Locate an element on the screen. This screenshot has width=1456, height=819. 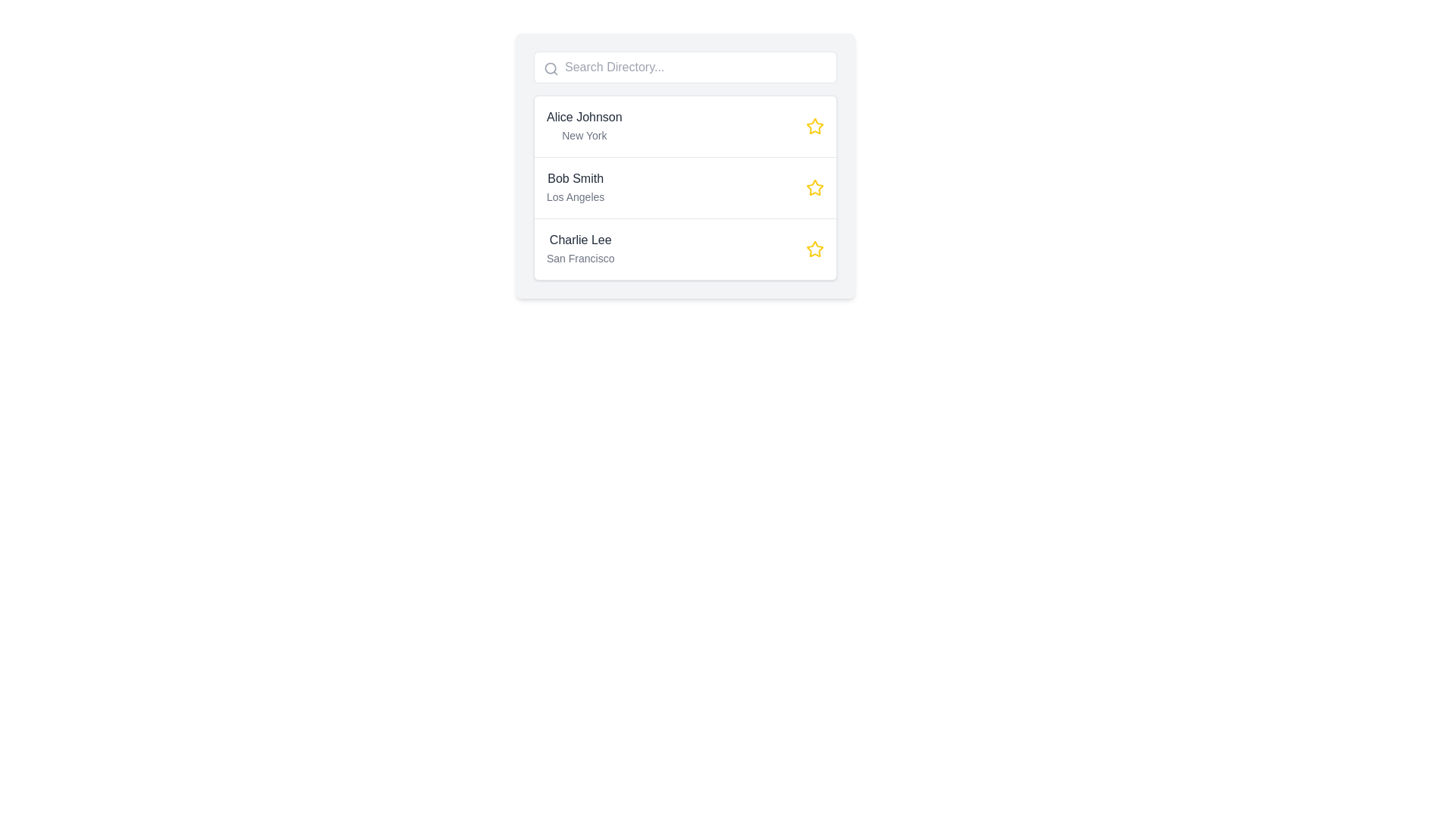
the star-shaped icon that is highlighted in yellow, positioned to the right of 'Alice Johnson' and 'New York', to favorite or unfavorite the entry is located at coordinates (814, 125).